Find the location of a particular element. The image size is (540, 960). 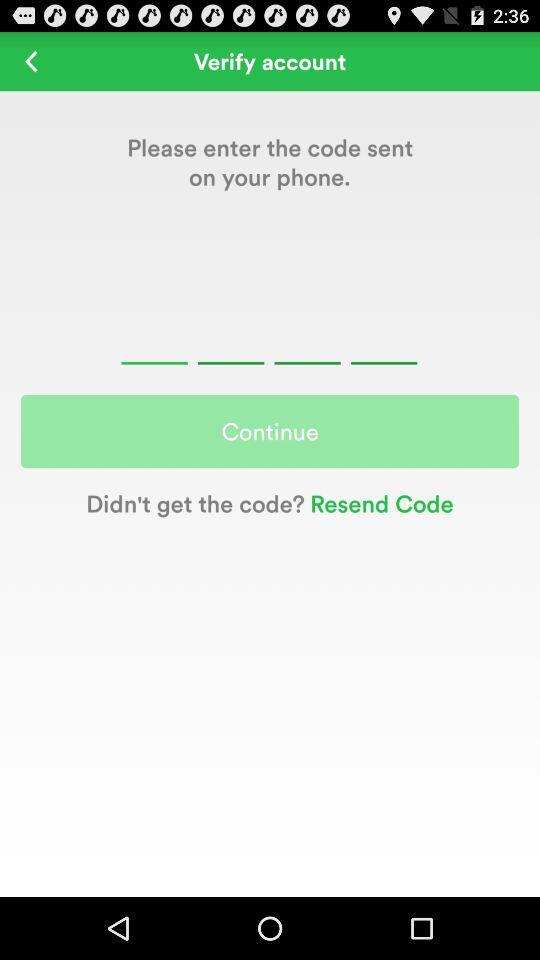

icon next to the verify account icon is located at coordinates (30, 61).